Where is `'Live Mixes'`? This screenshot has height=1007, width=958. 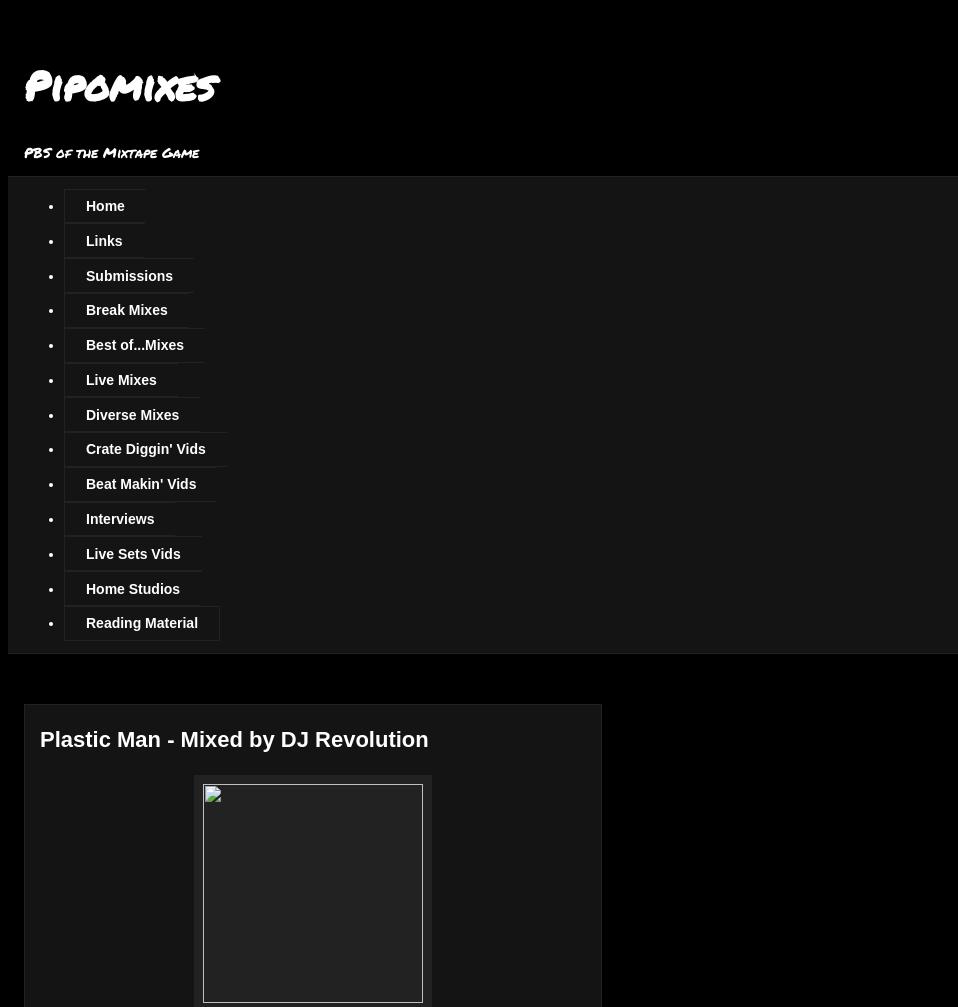
'Live Mixes' is located at coordinates (120, 379).